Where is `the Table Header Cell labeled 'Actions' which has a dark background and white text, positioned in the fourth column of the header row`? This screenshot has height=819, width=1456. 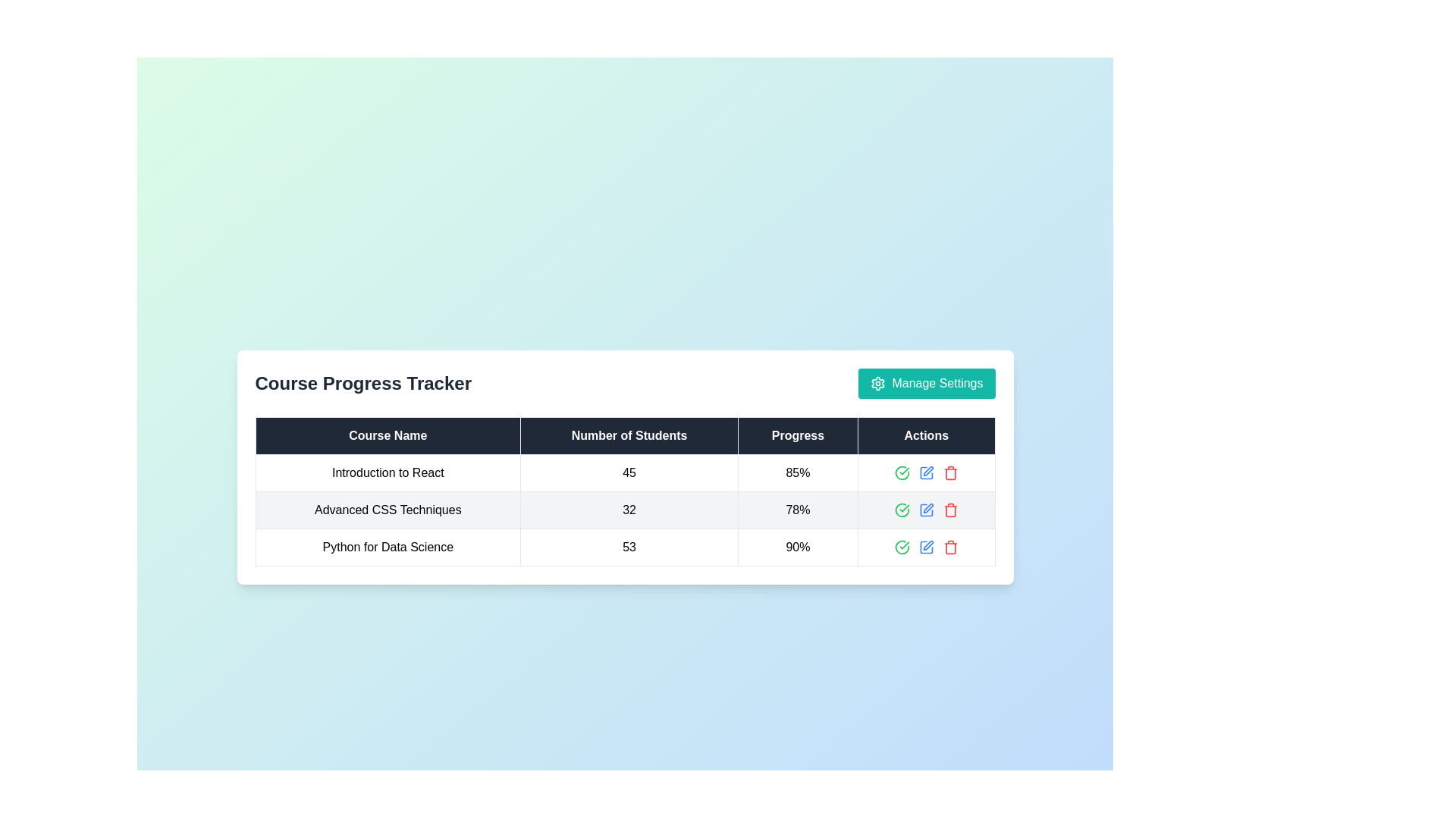
the Table Header Cell labeled 'Actions' which has a dark background and white text, positioned in the fourth column of the header row is located at coordinates (925, 435).